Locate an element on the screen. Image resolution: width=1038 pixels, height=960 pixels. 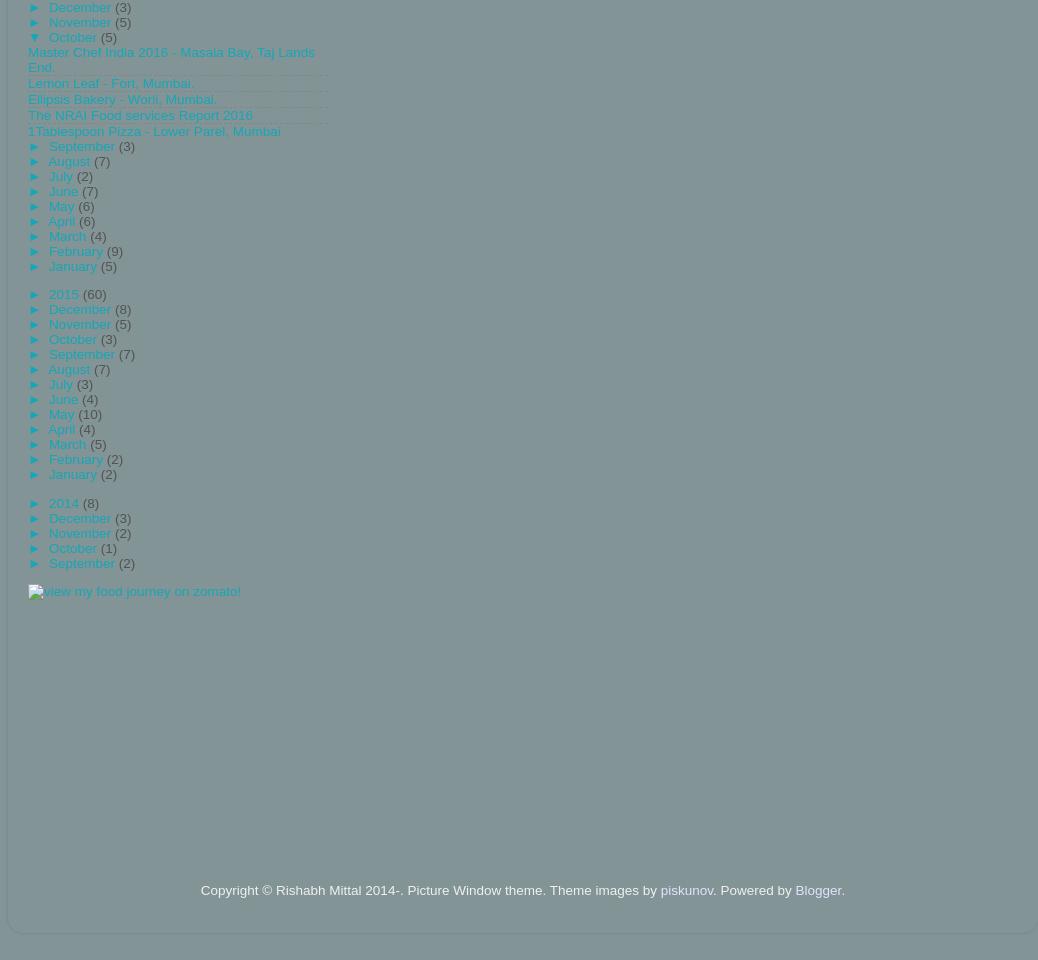
'(60)' is located at coordinates (93, 293).